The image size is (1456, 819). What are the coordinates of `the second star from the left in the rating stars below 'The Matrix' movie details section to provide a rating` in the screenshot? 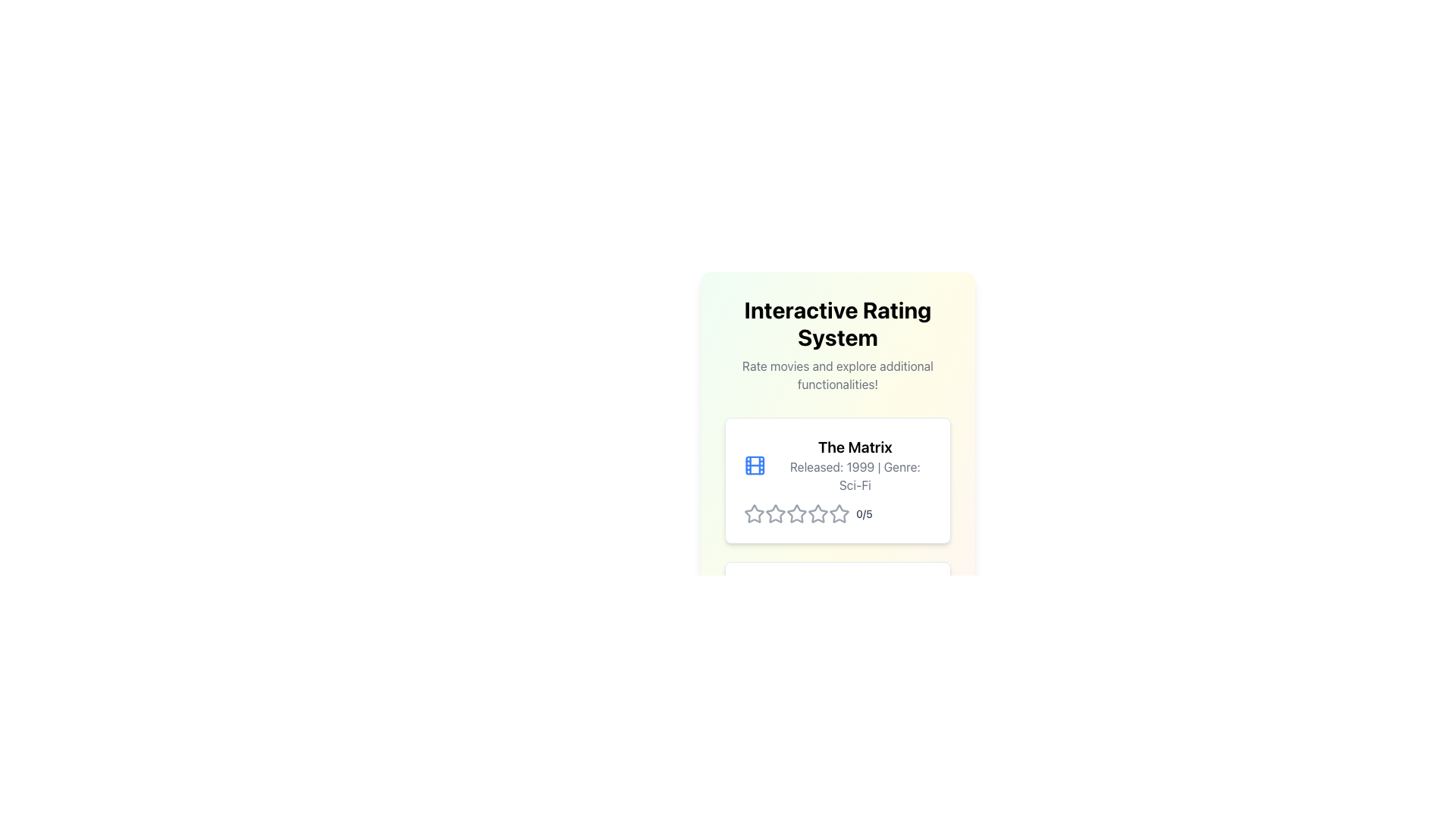 It's located at (796, 513).